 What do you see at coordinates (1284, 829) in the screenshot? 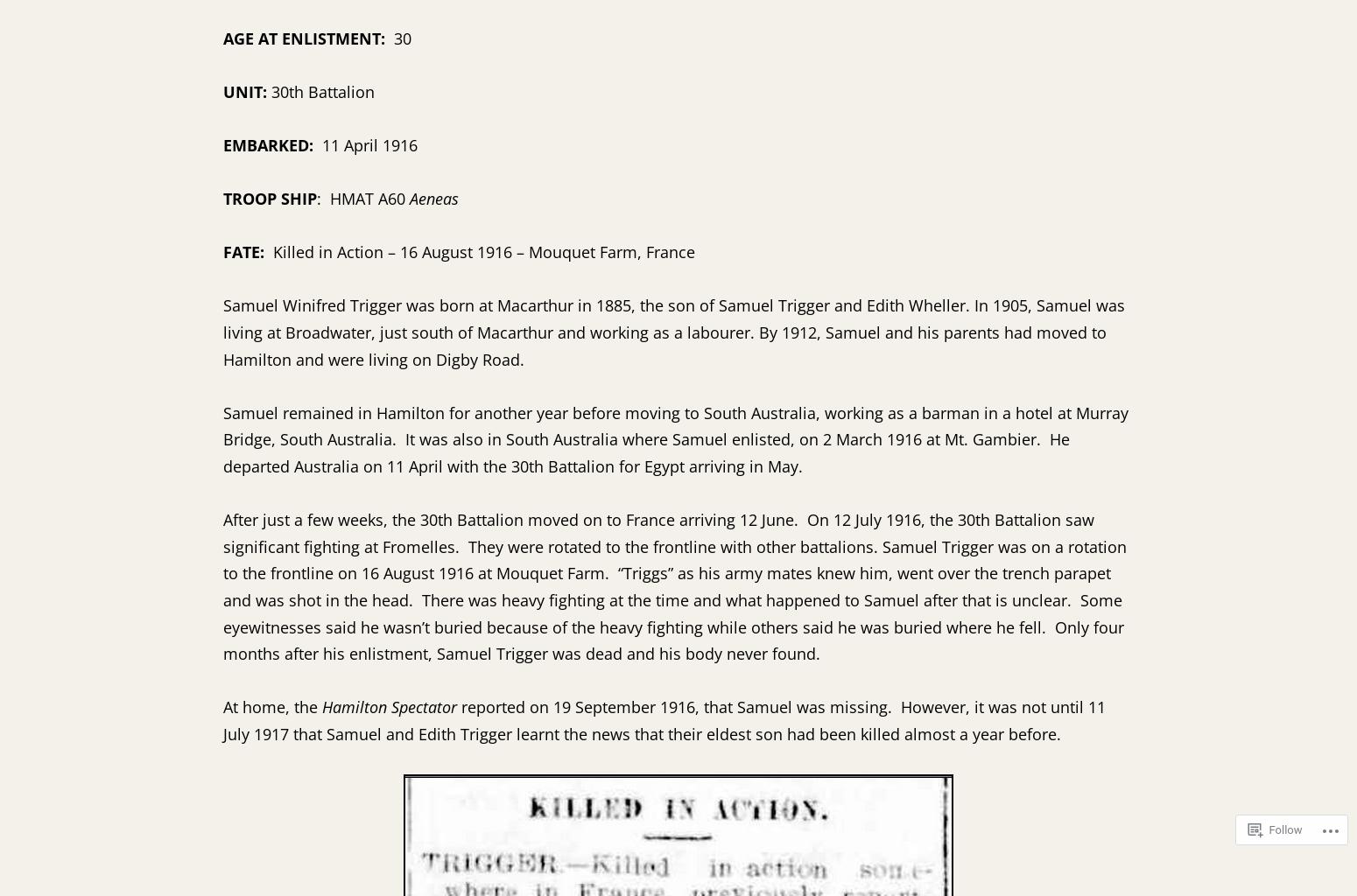
I see `'Follow'` at bounding box center [1284, 829].